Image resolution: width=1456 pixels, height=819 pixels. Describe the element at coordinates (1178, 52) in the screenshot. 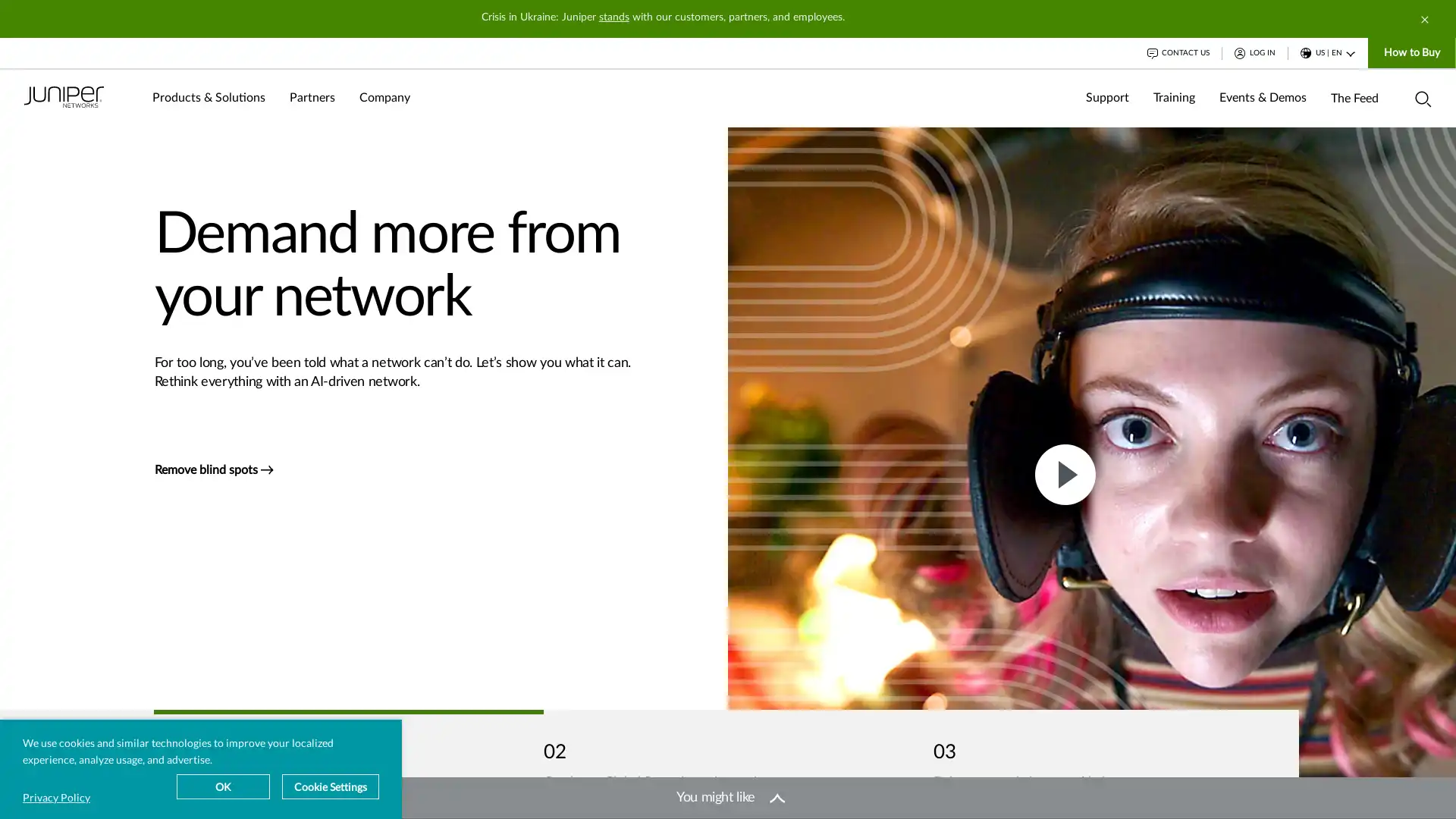

I see `CONTACT US` at that location.